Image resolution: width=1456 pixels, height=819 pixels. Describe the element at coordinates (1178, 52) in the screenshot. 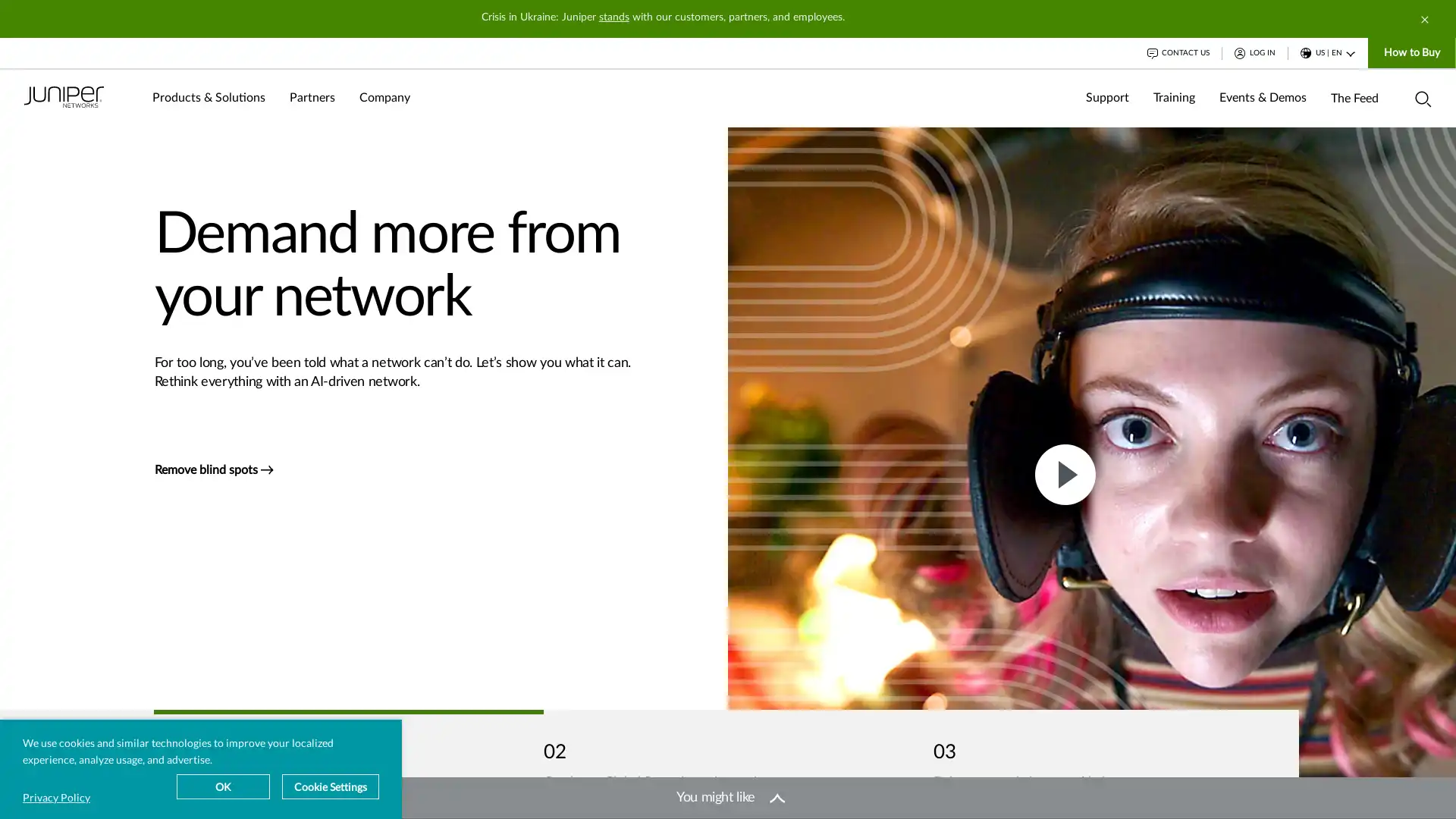

I see `CONTACT US` at that location.